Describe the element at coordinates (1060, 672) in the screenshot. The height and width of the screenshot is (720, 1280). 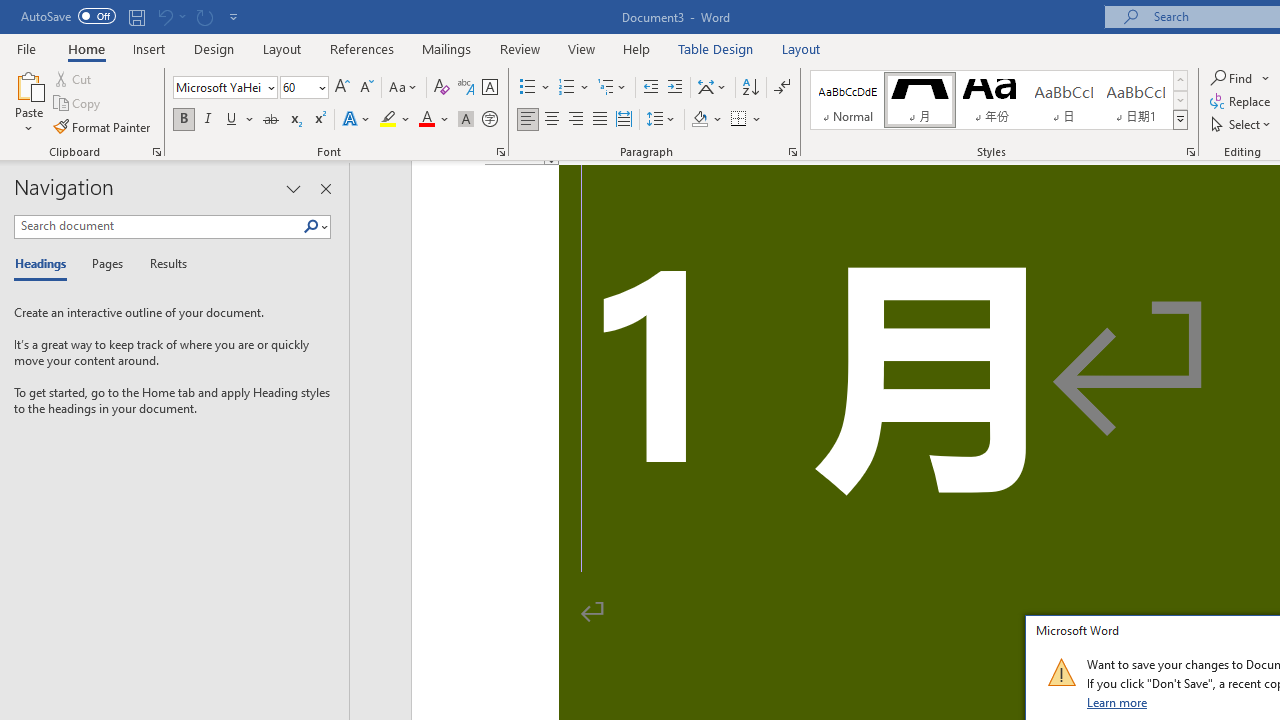
I see `'Class: NetUIImage'` at that location.